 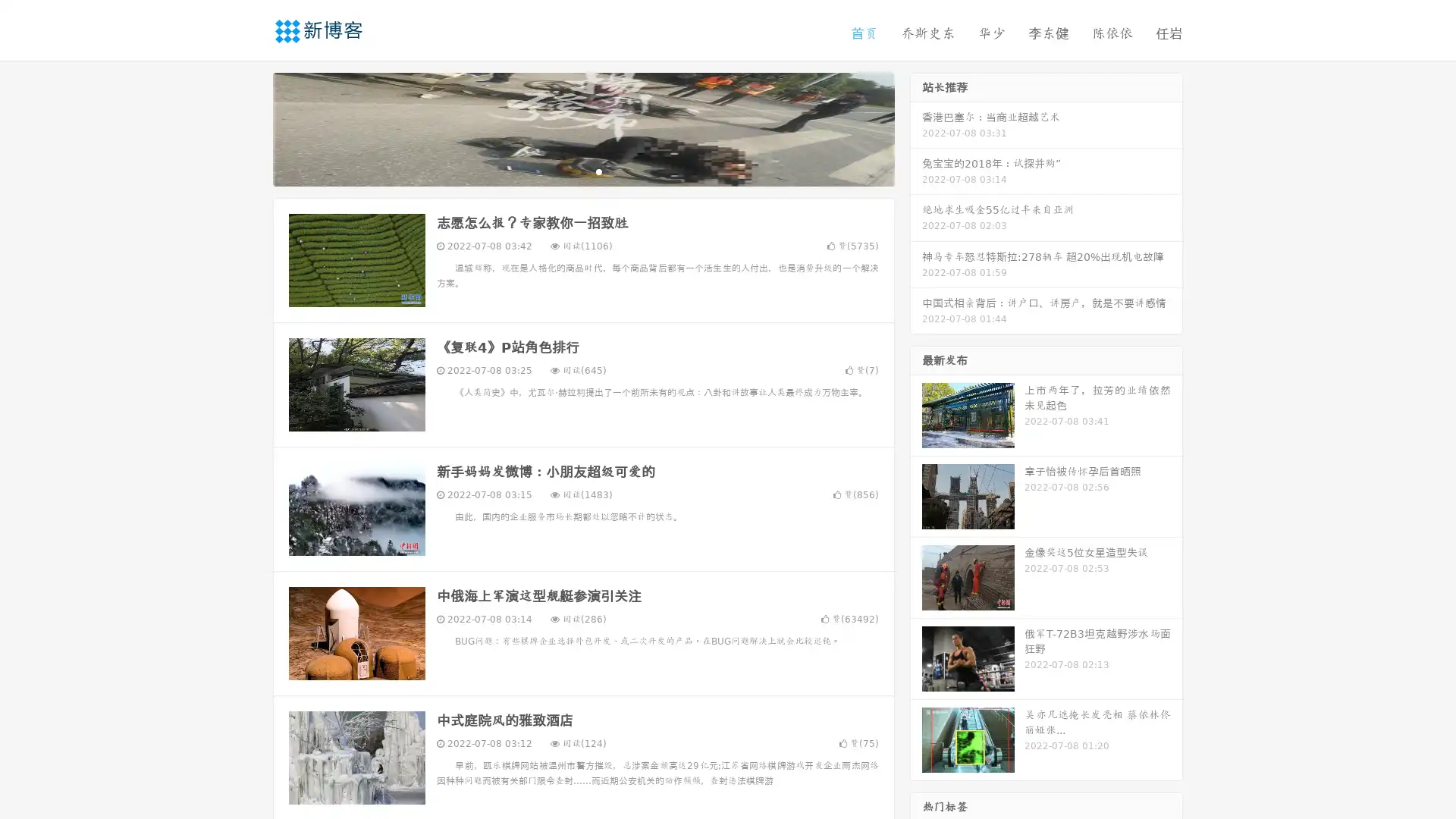 I want to click on Previous slide, so click(x=250, y=127).